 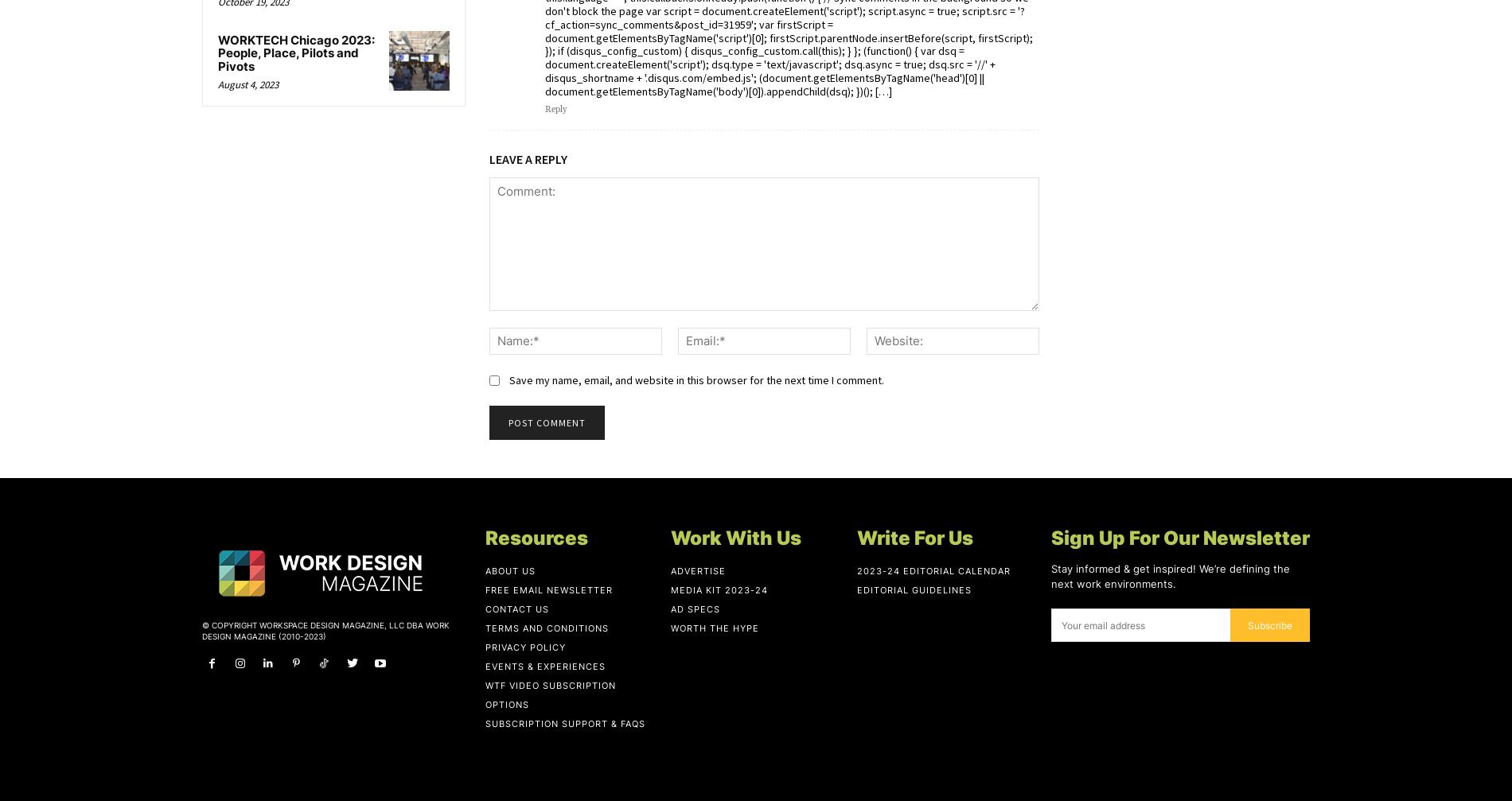 I want to click on '2023-24 Editorial Calendar', so click(x=933, y=570).